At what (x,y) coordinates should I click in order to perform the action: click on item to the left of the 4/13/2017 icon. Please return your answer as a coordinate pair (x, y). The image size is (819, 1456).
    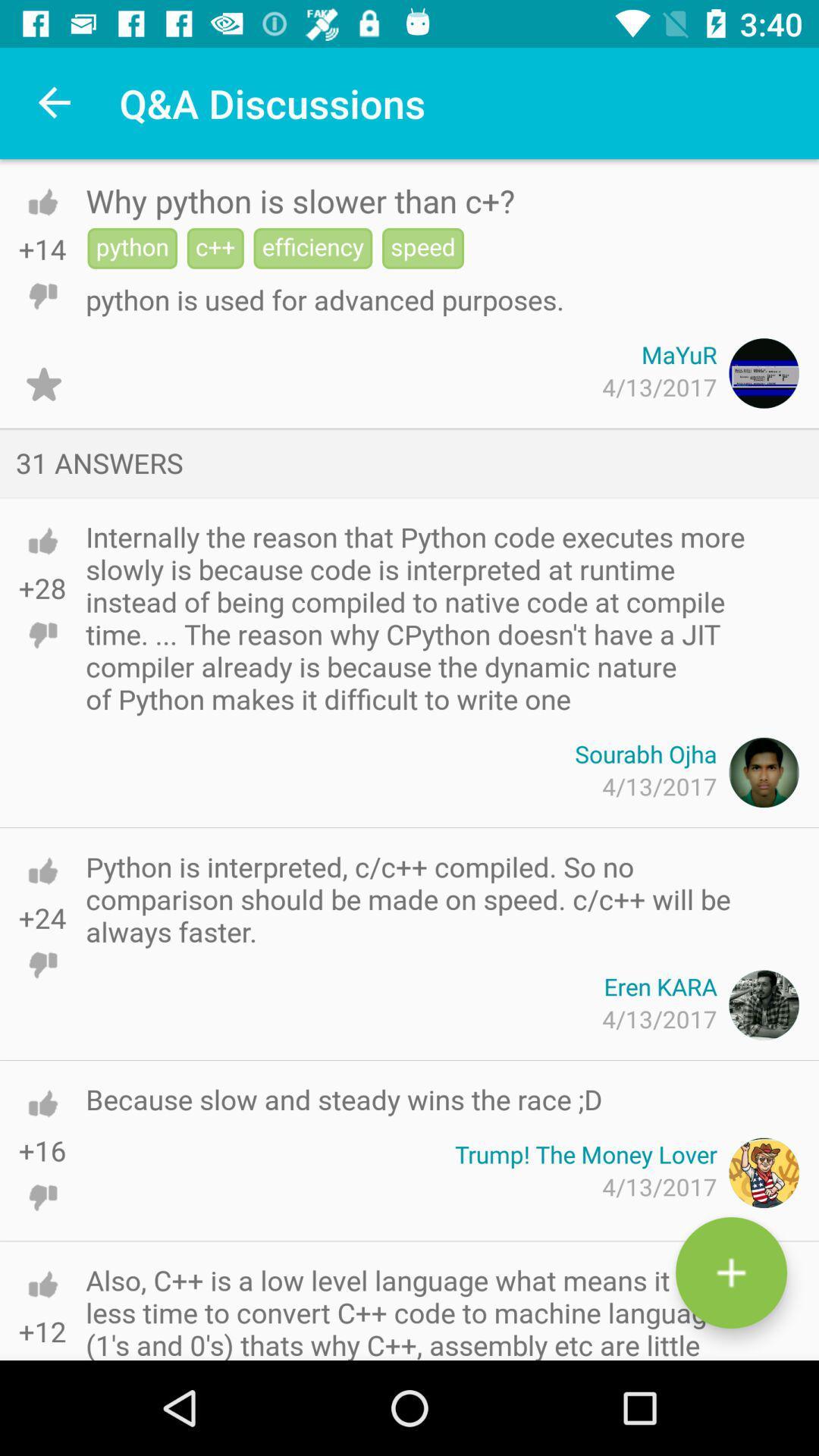
    Looking at the image, I should click on (42, 384).